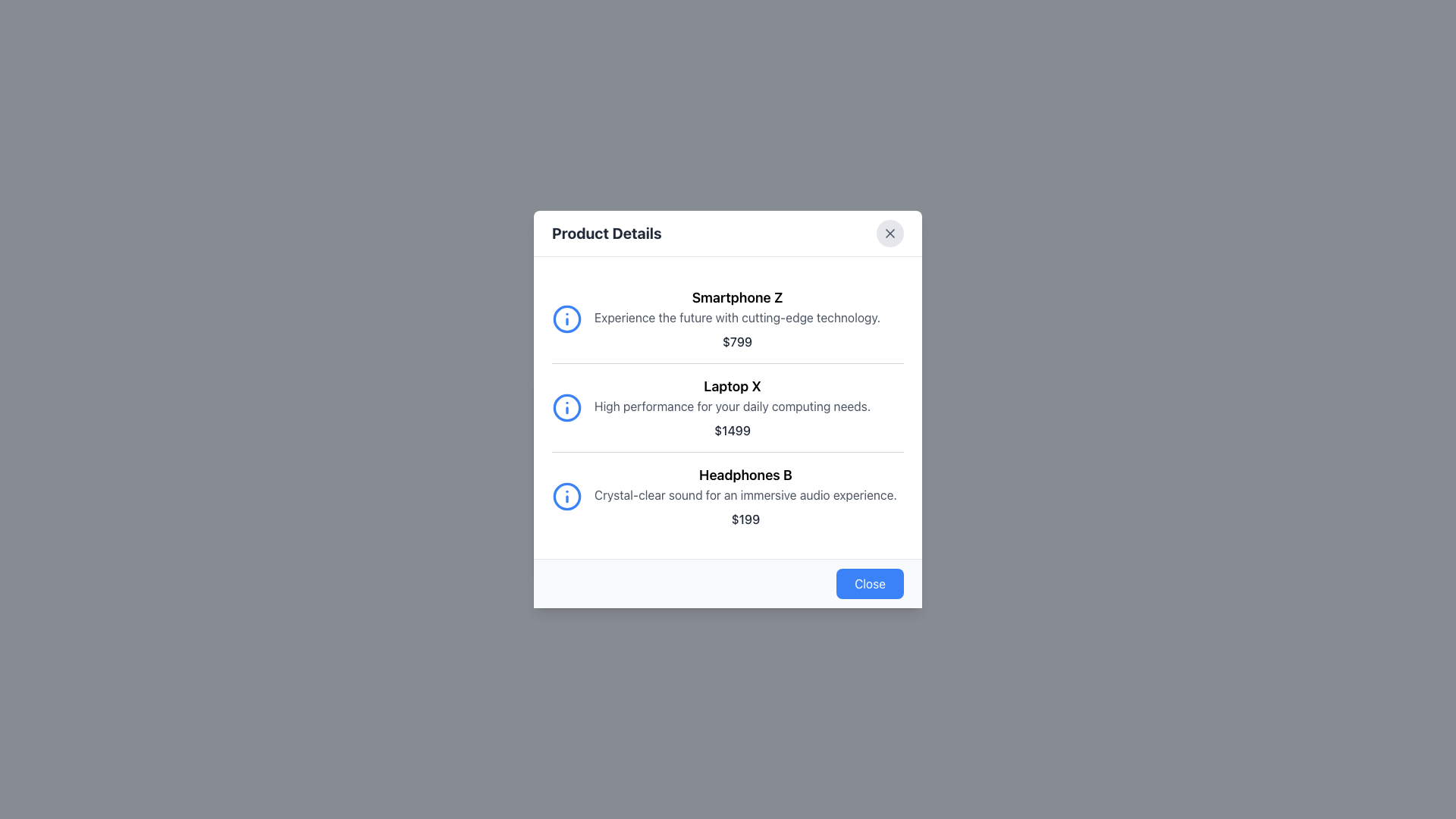  Describe the element at coordinates (745, 494) in the screenshot. I see `the descriptive text label providing information about the product 'Headphones B', which is located below the heading and above the price` at that location.